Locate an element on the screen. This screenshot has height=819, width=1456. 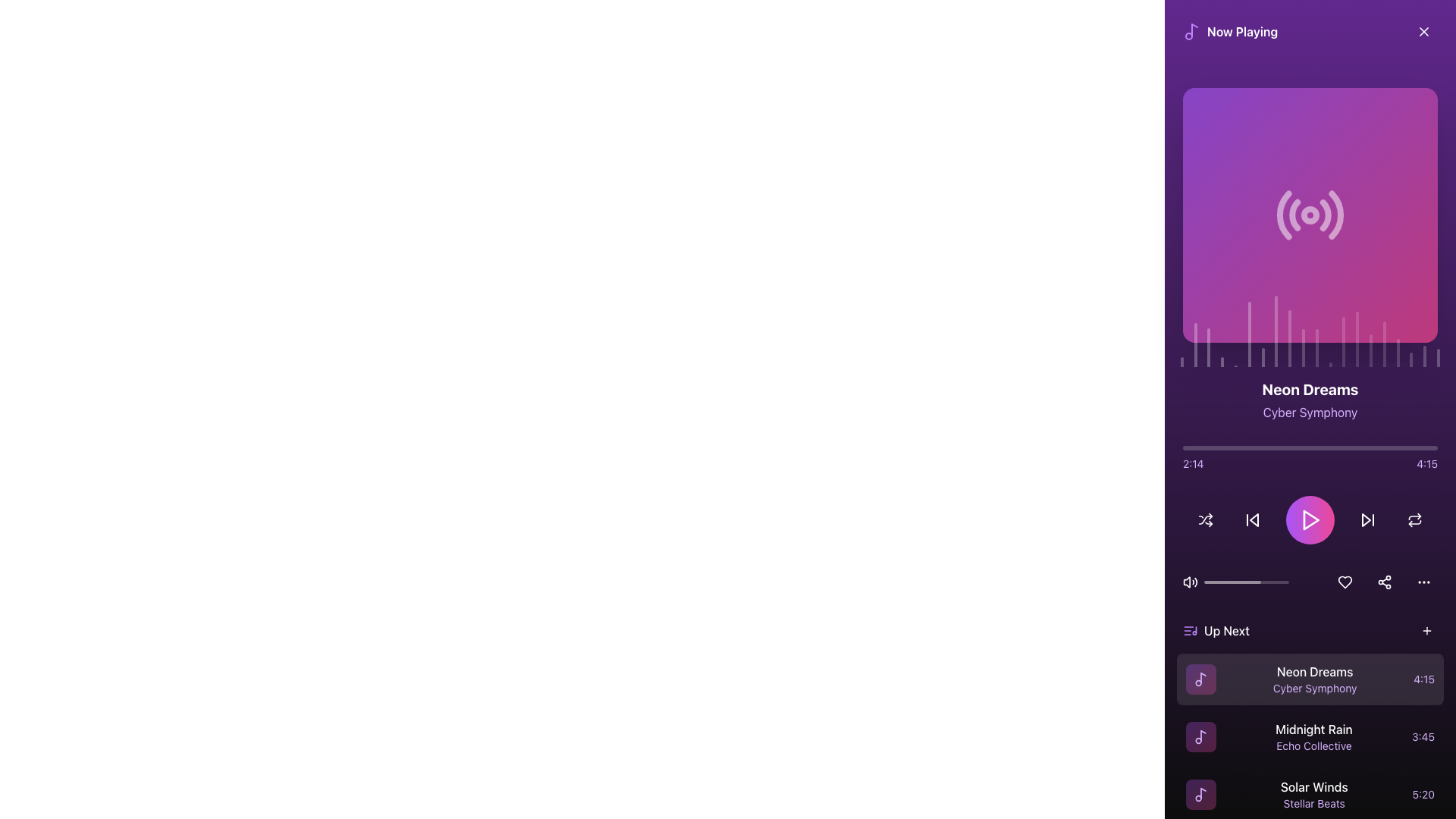
the volume slider is located at coordinates (1242, 581).